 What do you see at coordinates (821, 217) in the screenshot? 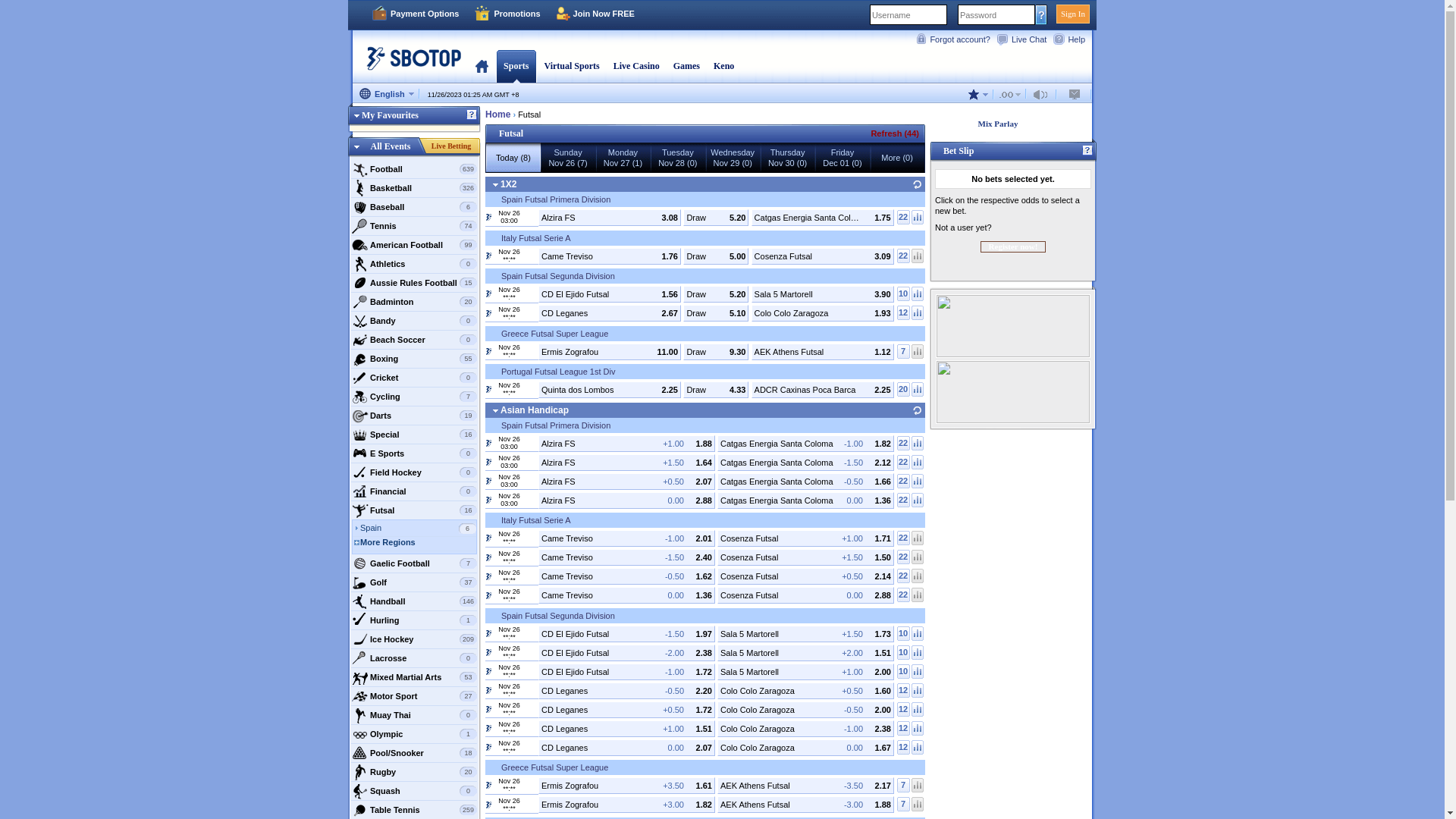
I see `'1.75` at bounding box center [821, 217].